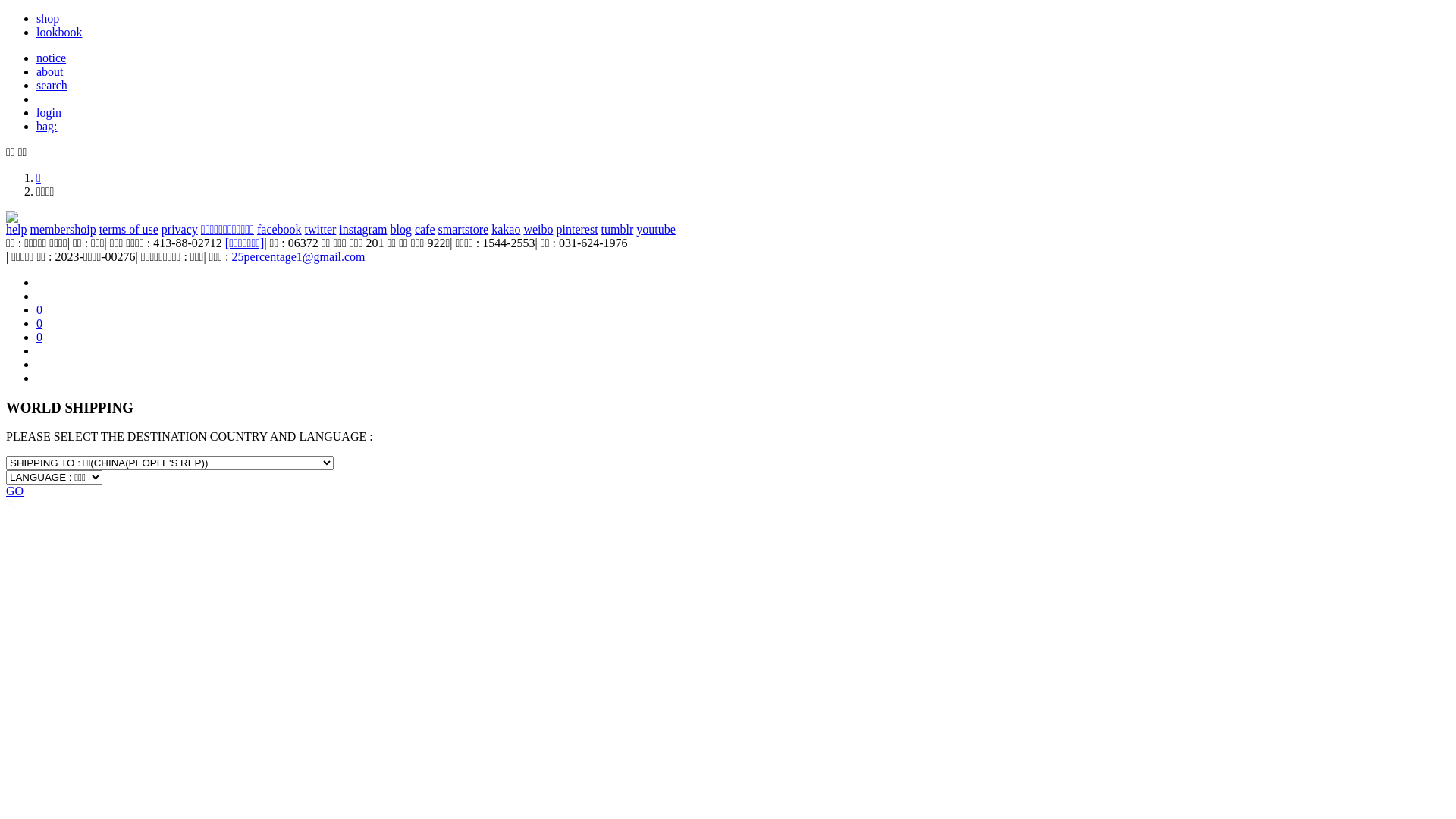 This screenshot has height=819, width=1456. What do you see at coordinates (30, 229) in the screenshot?
I see `'membershoip'` at bounding box center [30, 229].